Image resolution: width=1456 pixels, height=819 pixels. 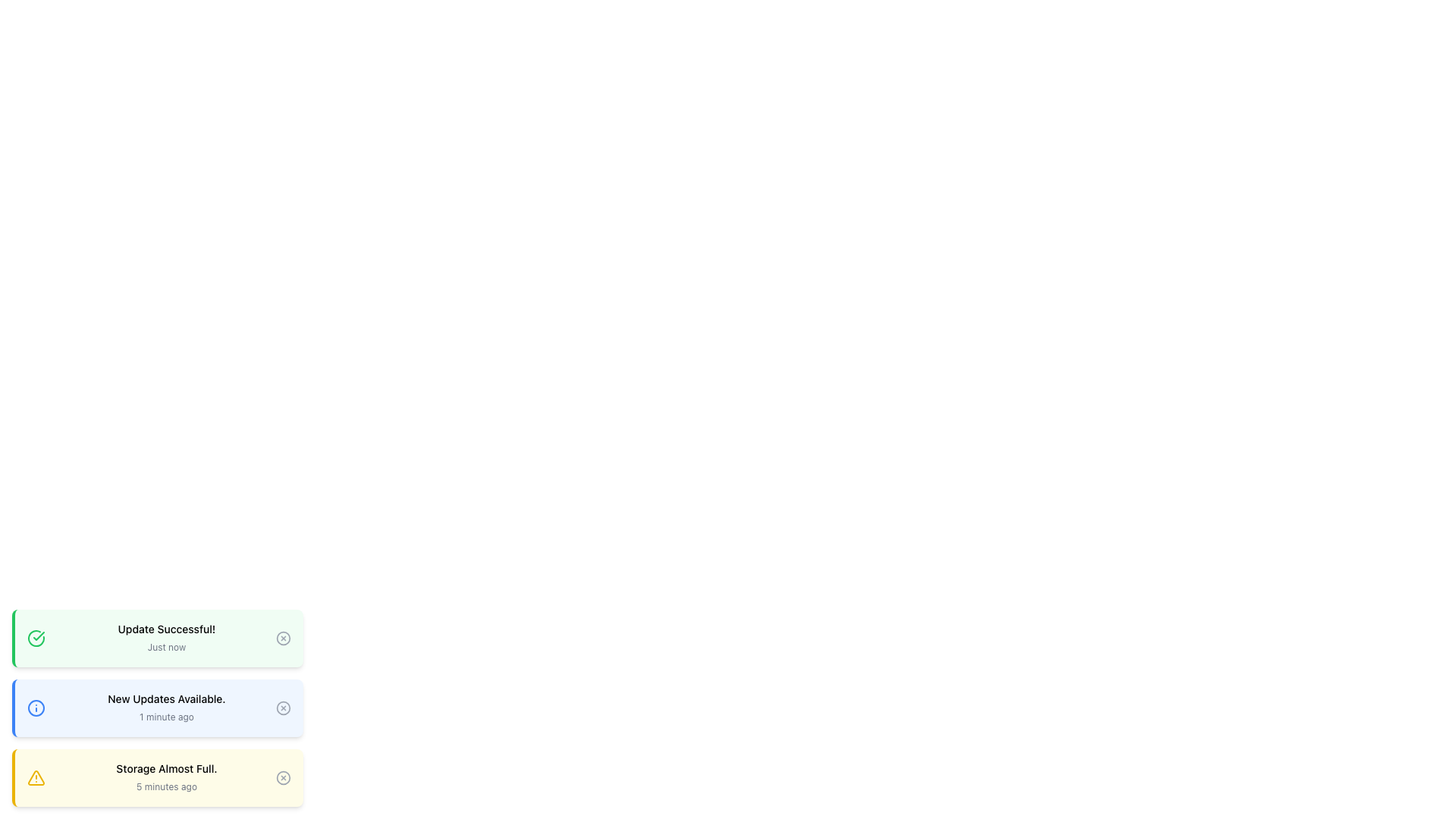 I want to click on text block displaying 'Storage Almost Full.' and '5 minutes ago', which is located in the lower portion of the yellow warning box, so click(x=167, y=778).